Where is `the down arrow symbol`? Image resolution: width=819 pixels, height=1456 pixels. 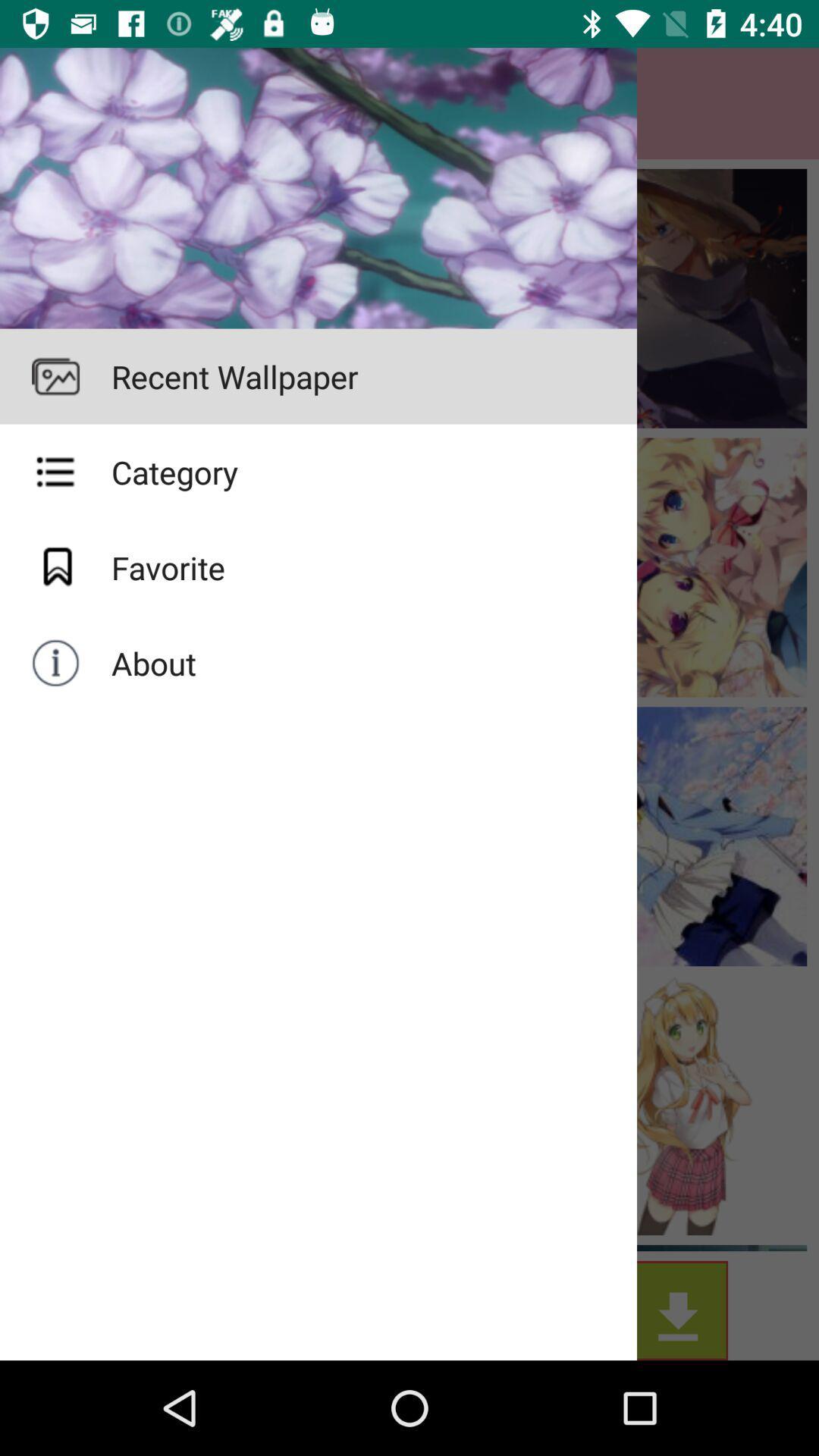
the down arrow symbol is located at coordinates (318, 377).